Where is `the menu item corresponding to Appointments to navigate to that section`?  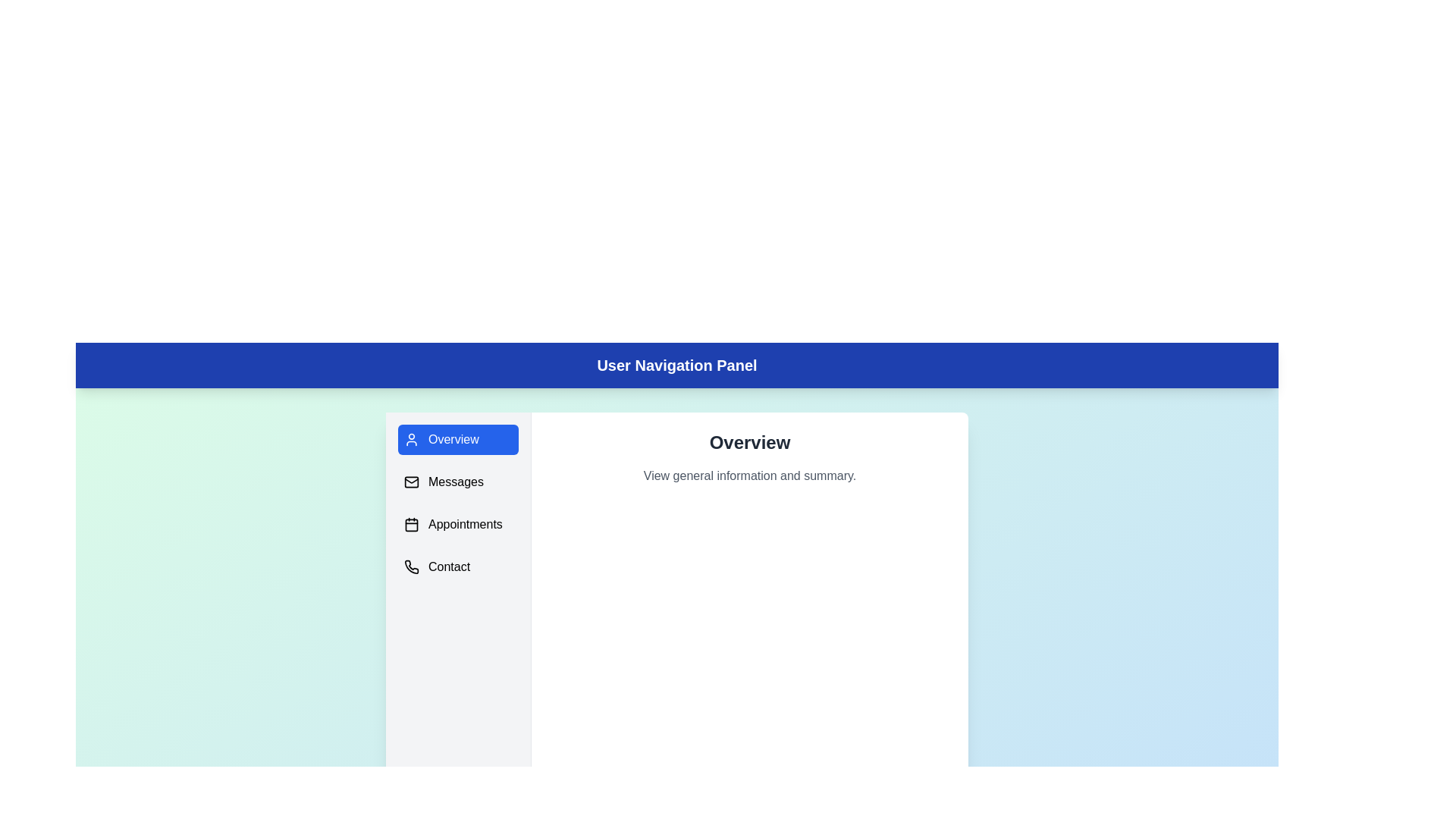
the menu item corresponding to Appointments to navigate to that section is located at coordinates (457, 523).